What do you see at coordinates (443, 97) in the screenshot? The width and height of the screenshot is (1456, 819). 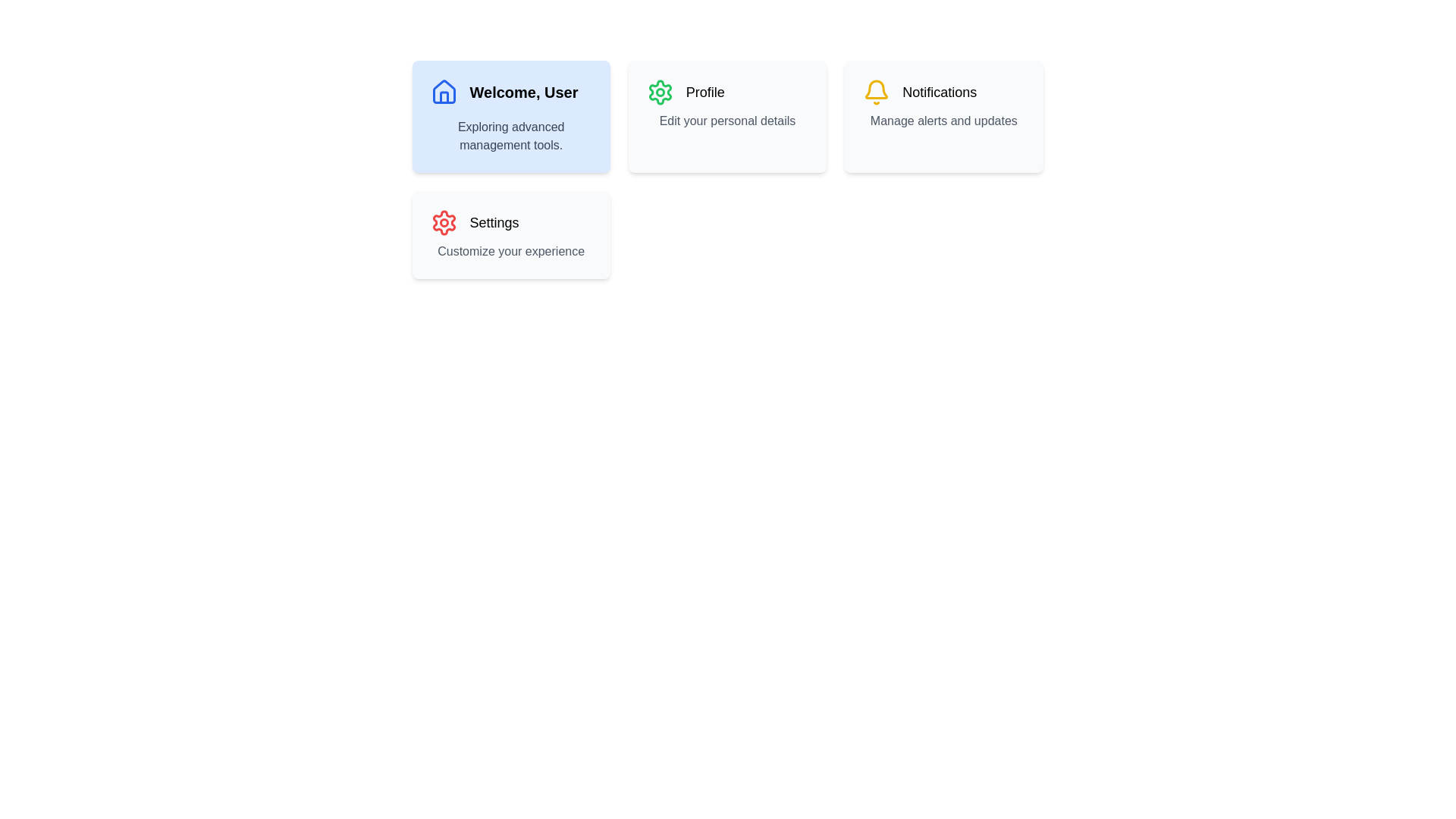 I see `the icon representing the Welcome card, which signifies navigation or a starting point within the interface, located on the upper left of the section containing multiple cards` at bounding box center [443, 97].